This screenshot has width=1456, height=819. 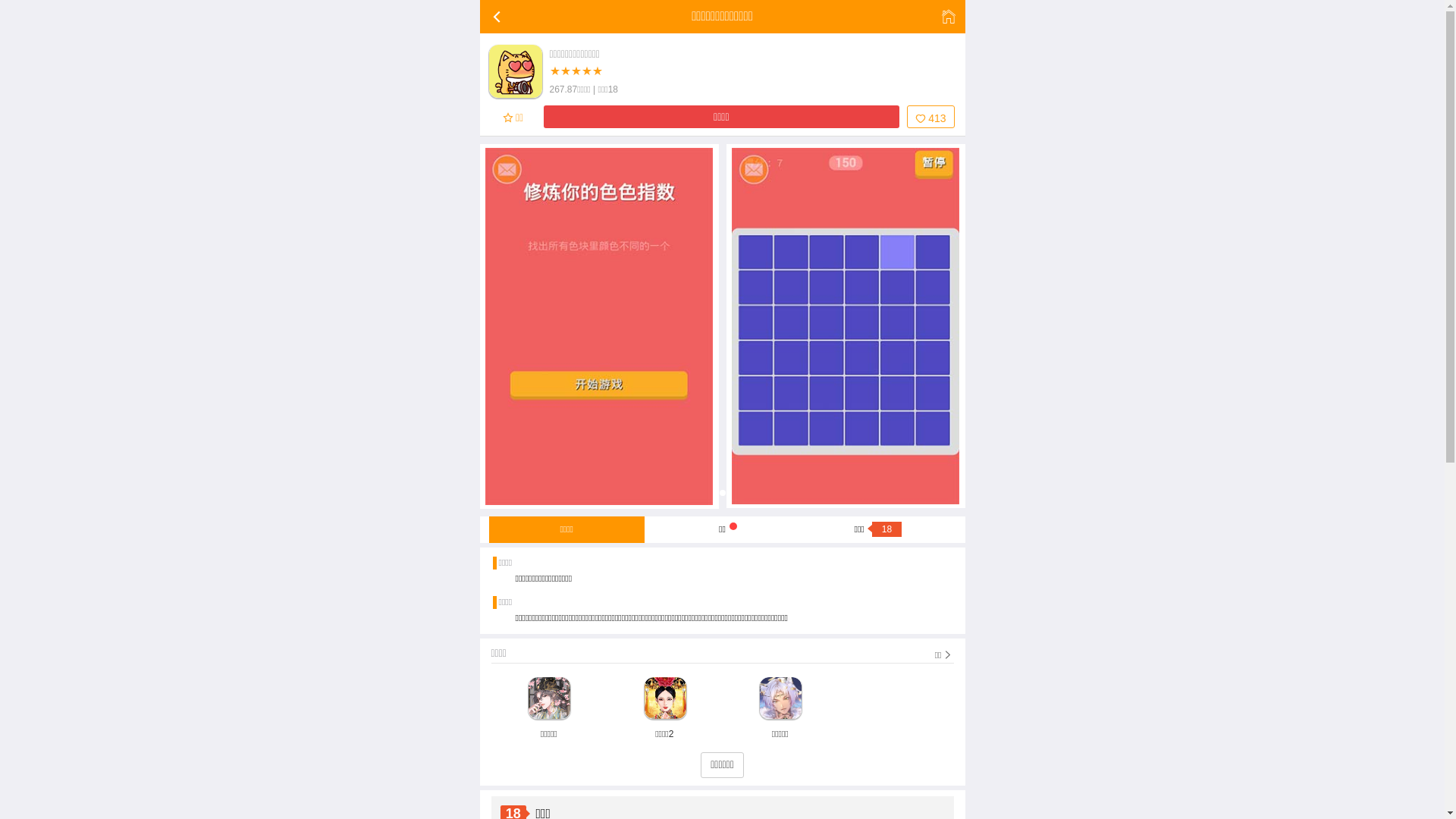 I want to click on '413', so click(x=906, y=116).